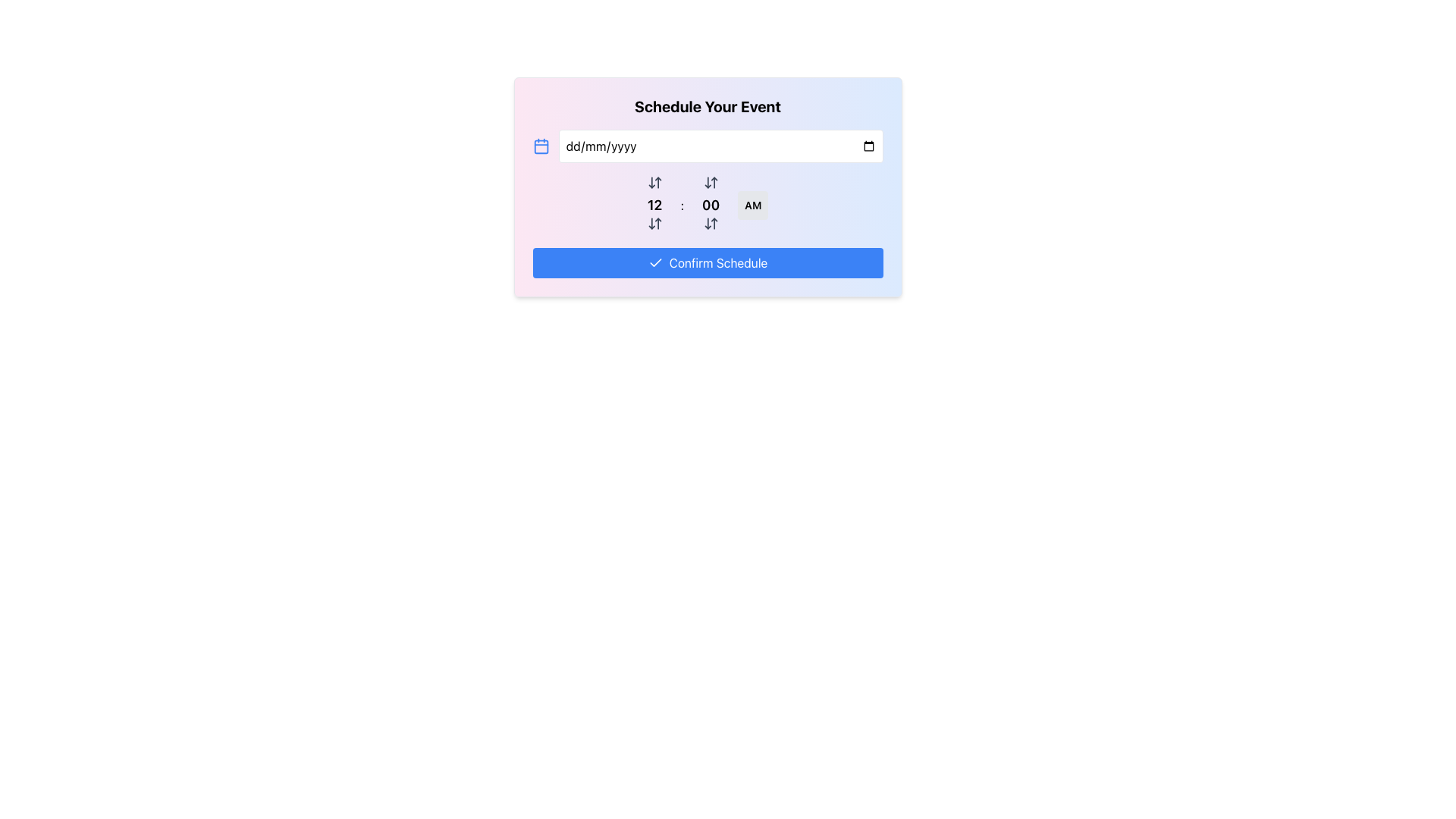 The height and width of the screenshot is (819, 1456). Describe the element at coordinates (654, 223) in the screenshot. I see `the bidirectional arrow button located directly below the hour indicator '12' in the time selection interface to increase the hour` at that location.